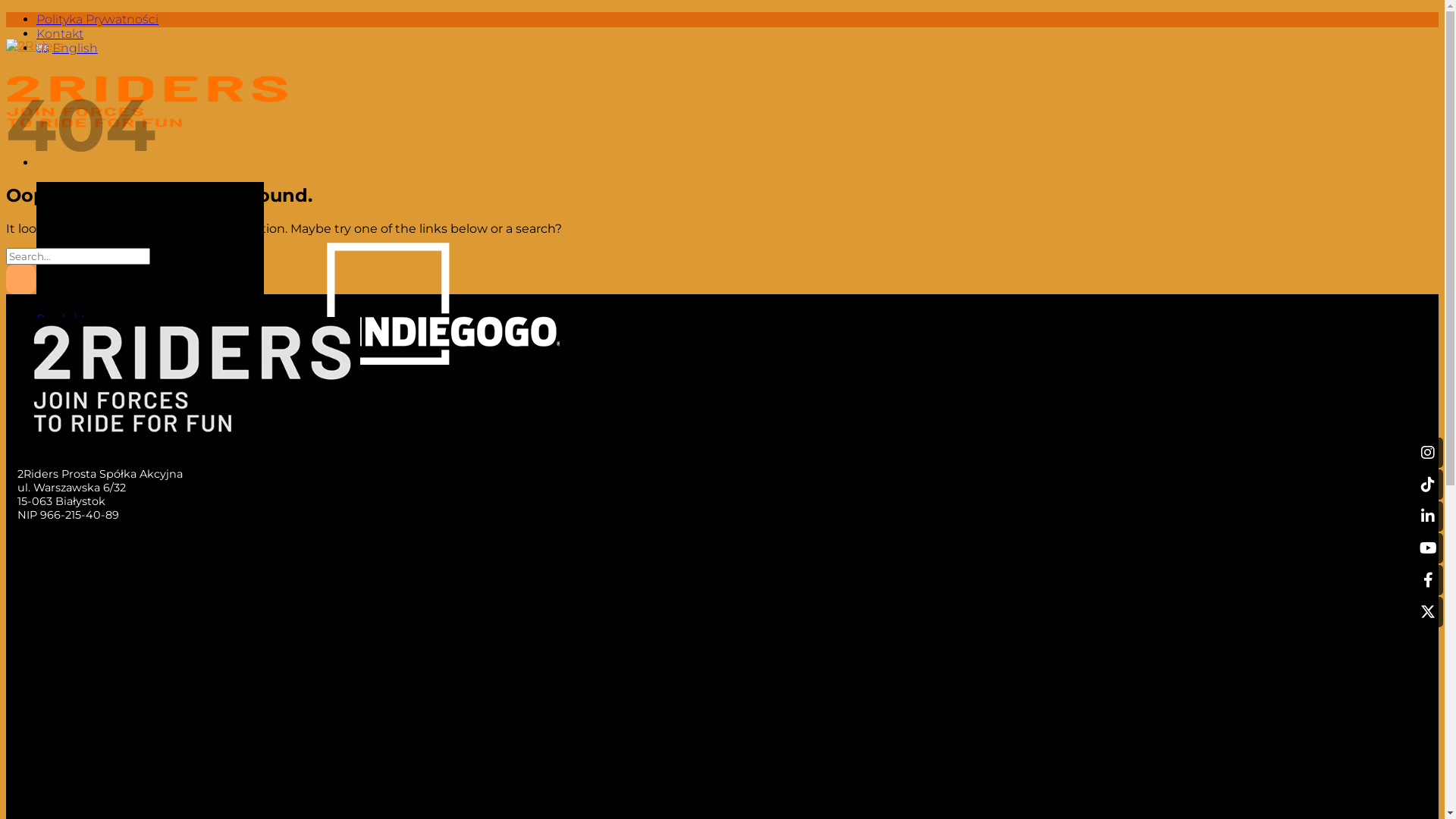 The image size is (1456, 819). Describe the element at coordinates (64, 332) in the screenshot. I see `'Pre-order'` at that location.